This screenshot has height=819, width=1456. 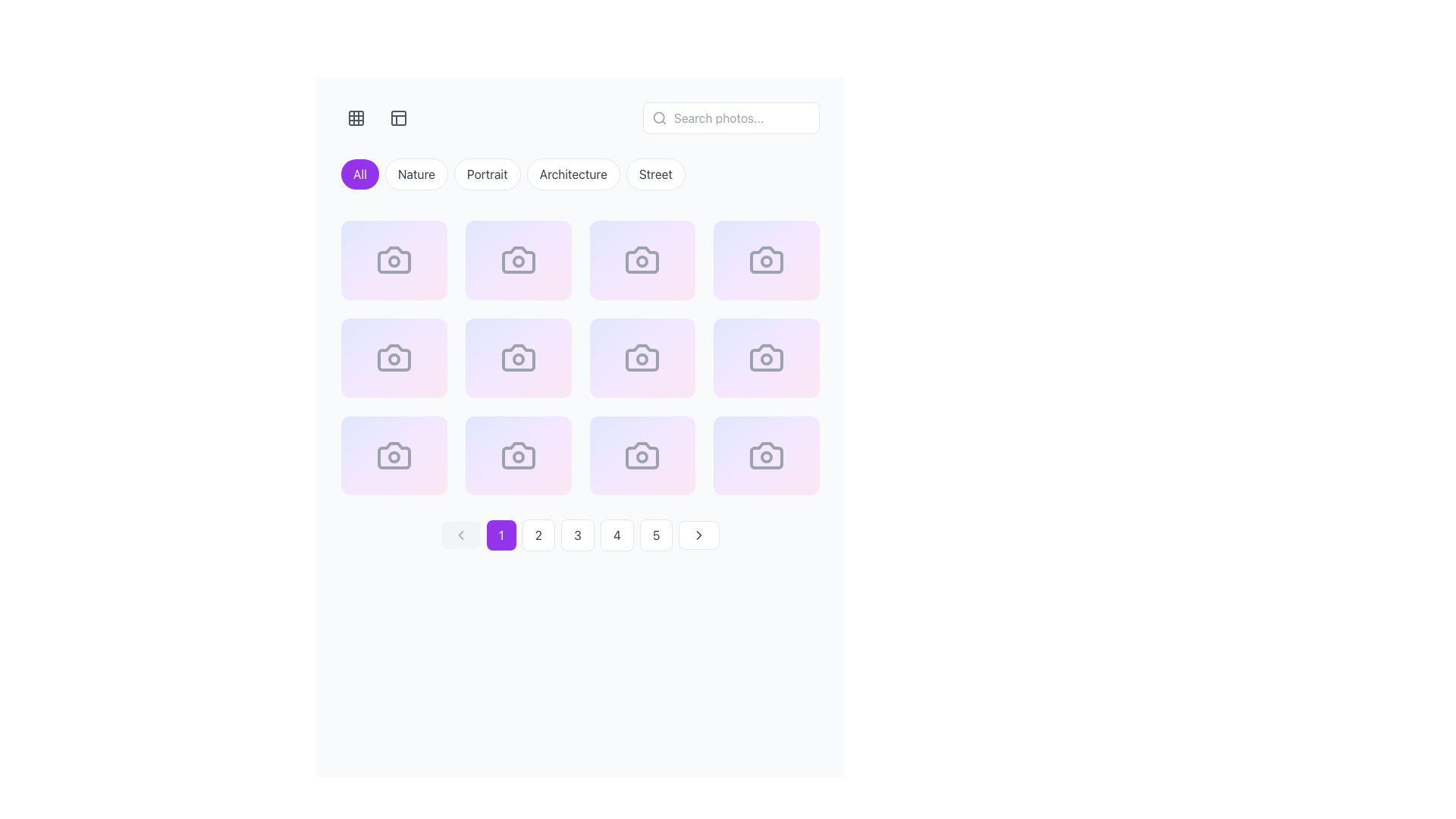 What do you see at coordinates (356, 117) in the screenshot?
I see `the top-left square of the grid icon component within the SVG, which serves as a toggle button for activating the grid view in the interface` at bounding box center [356, 117].